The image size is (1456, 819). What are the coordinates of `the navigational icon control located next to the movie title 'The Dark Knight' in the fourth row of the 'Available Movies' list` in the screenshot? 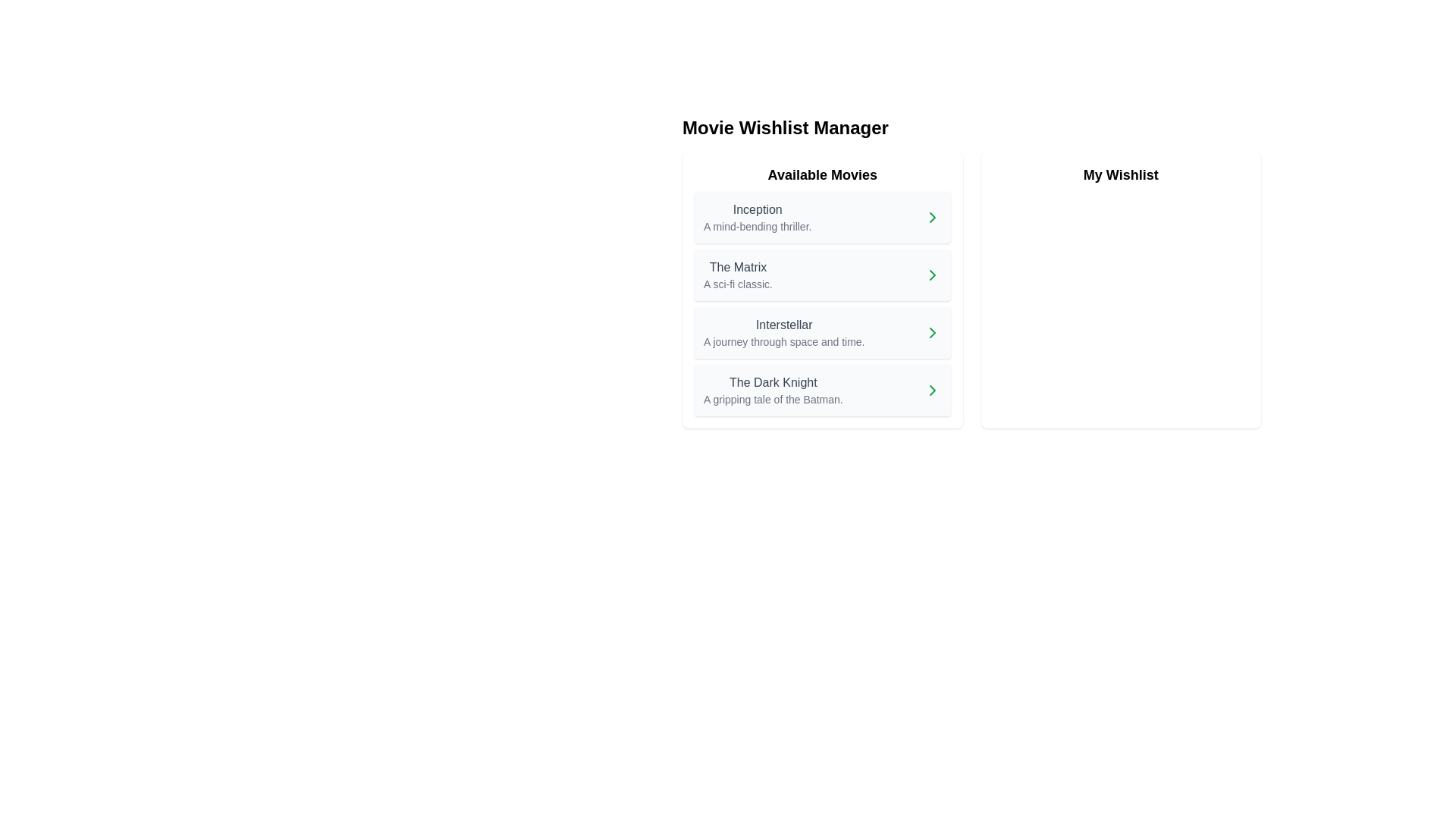 It's located at (931, 217).